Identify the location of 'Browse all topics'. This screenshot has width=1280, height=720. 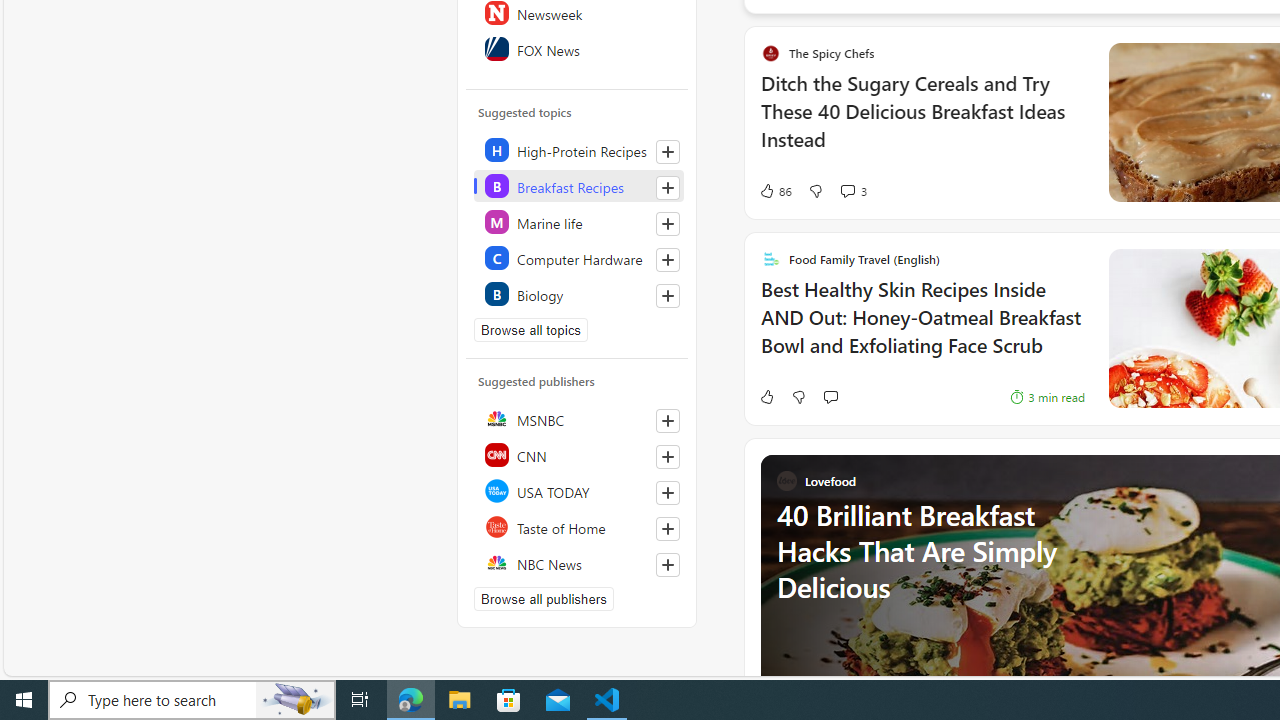
(531, 329).